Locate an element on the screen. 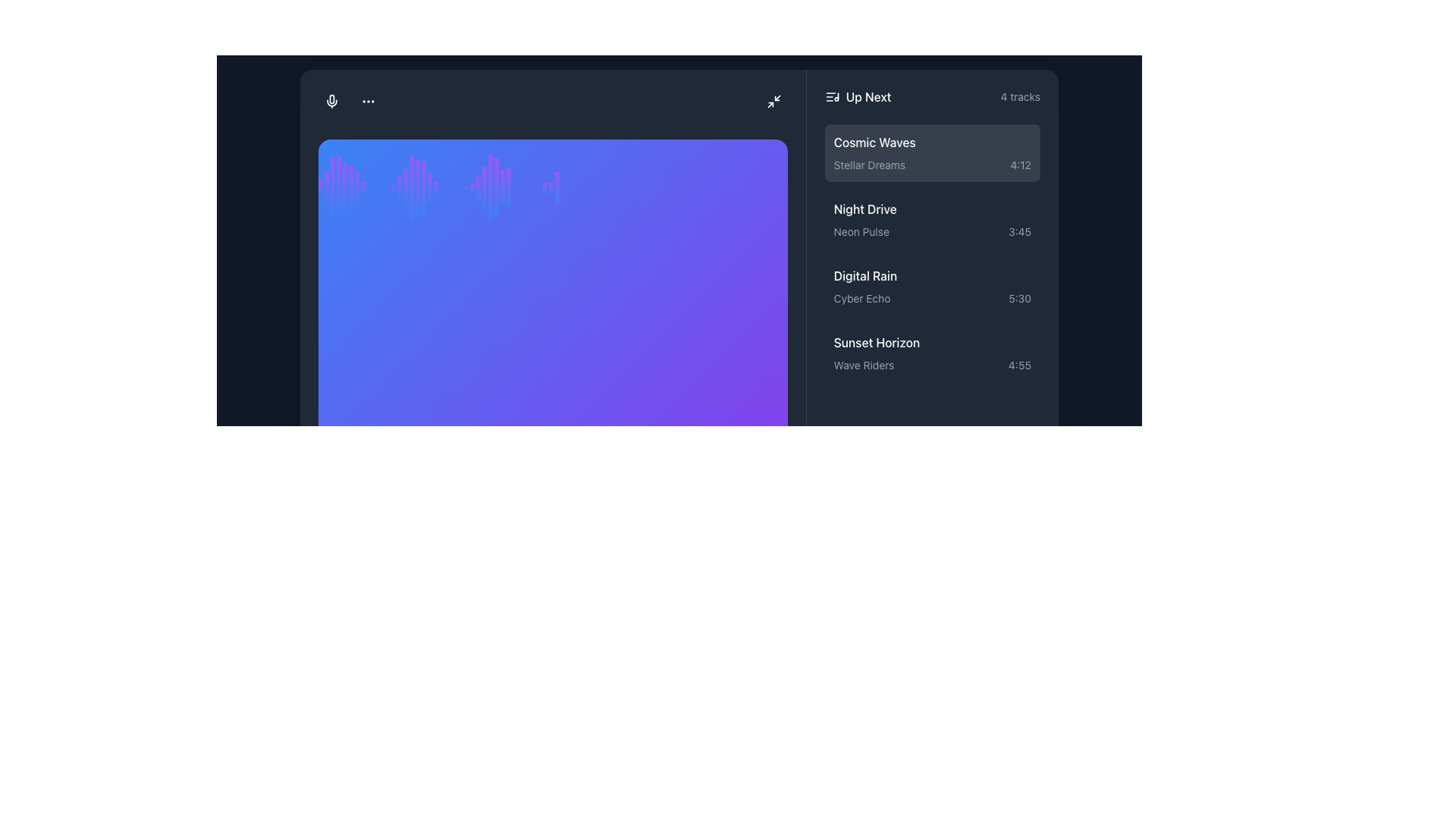 Image resolution: width=1456 pixels, height=819 pixels. the third item in the 'Up Next' playlist is located at coordinates (931, 286).